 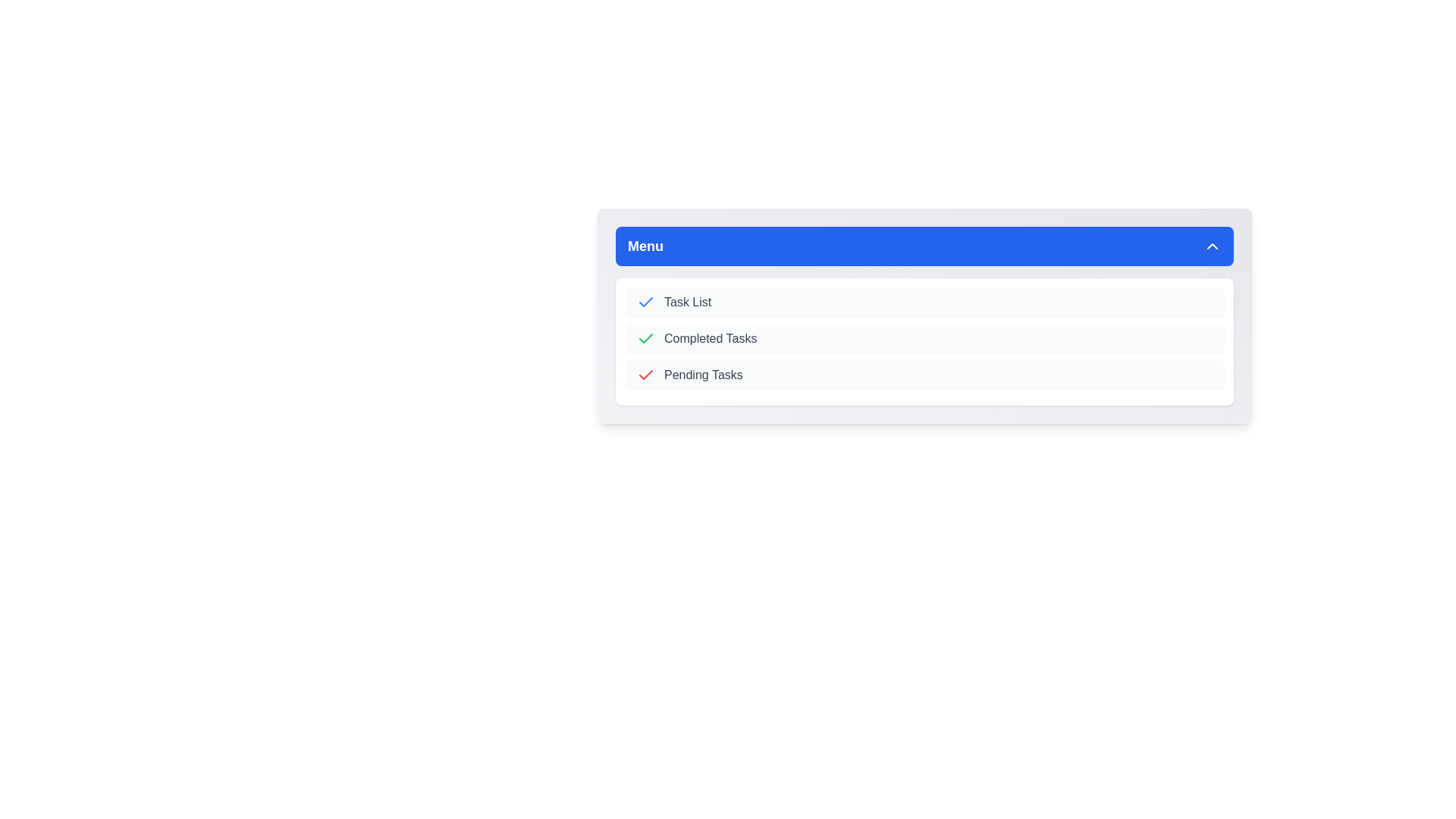 What do you see at coordinates (645, 375) in the screenshot?
I see `styling or properties of the Check Icon, which is a bold red geometrical design indicating confirmation, located next to the text 'Pending Tasks'` at bounding box center [645, 375].